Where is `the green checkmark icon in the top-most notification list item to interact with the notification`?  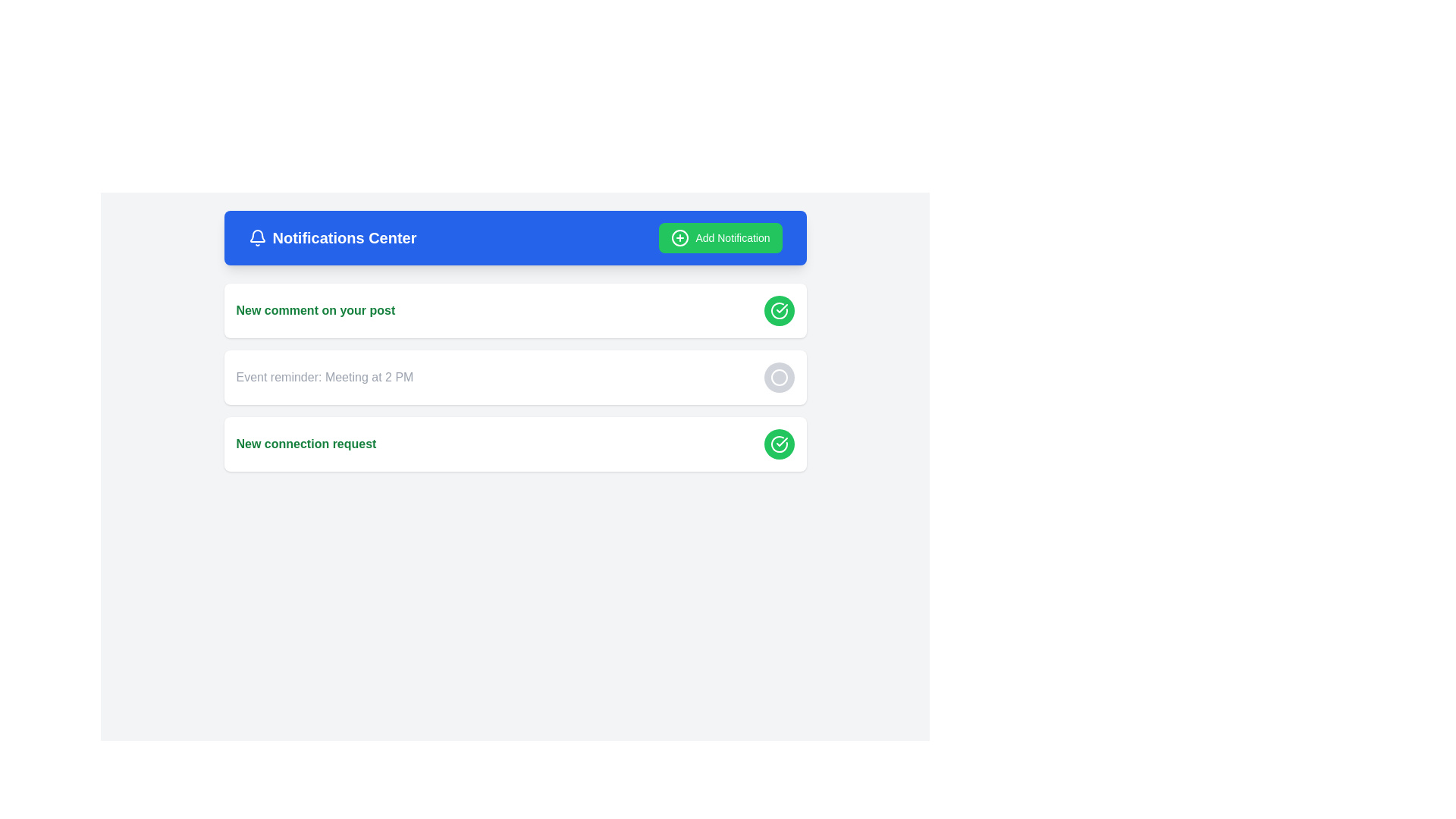
the green checkmark icon in the top-most notification list item to interact with the notification is located at coordinates (779, 309).